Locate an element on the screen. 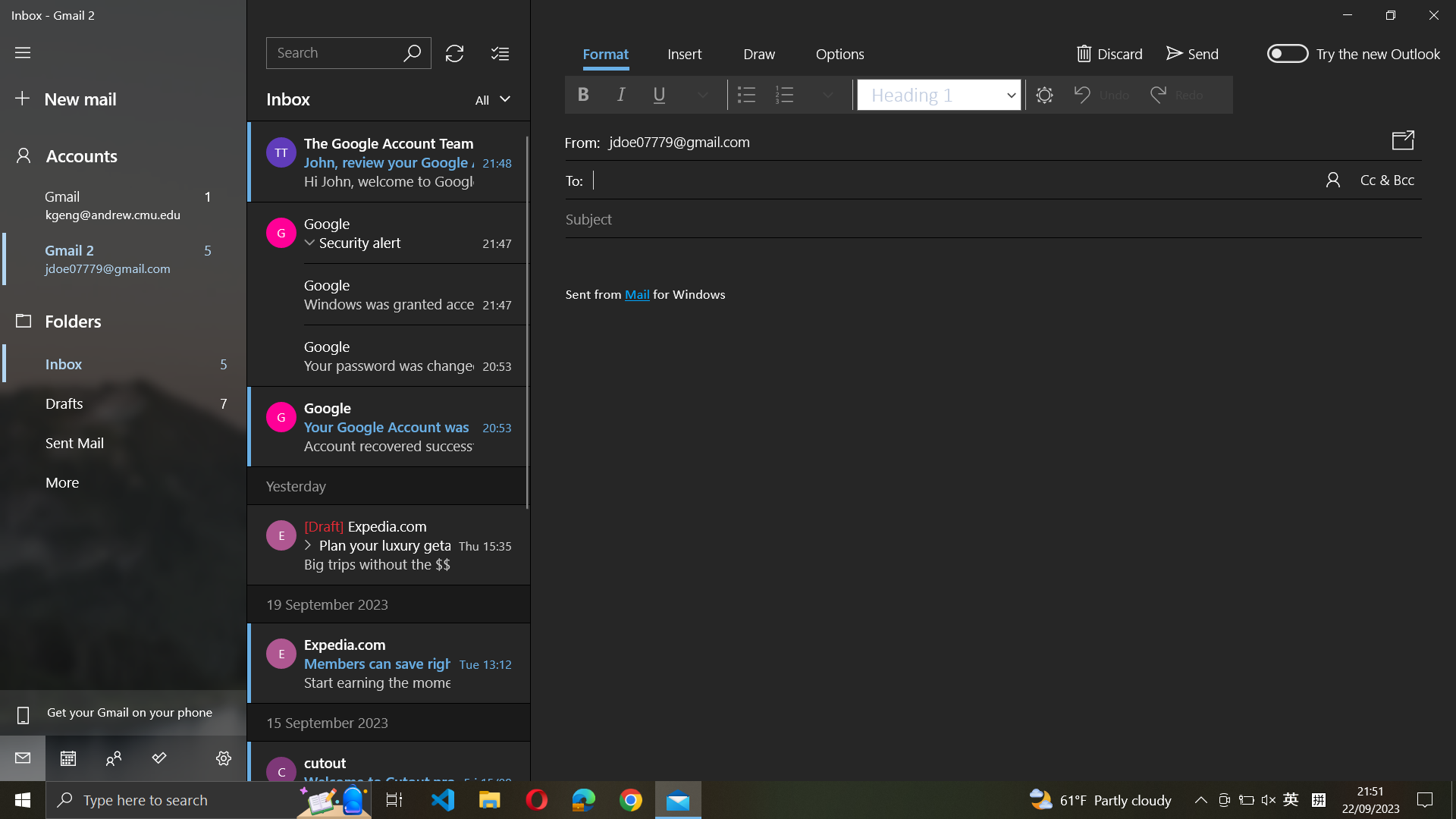 Image resolution: width=1456 pixels, height=819 pixels. "view mails" and then move two steps down in the Mail Type and select is located at coordinates (490, 99).